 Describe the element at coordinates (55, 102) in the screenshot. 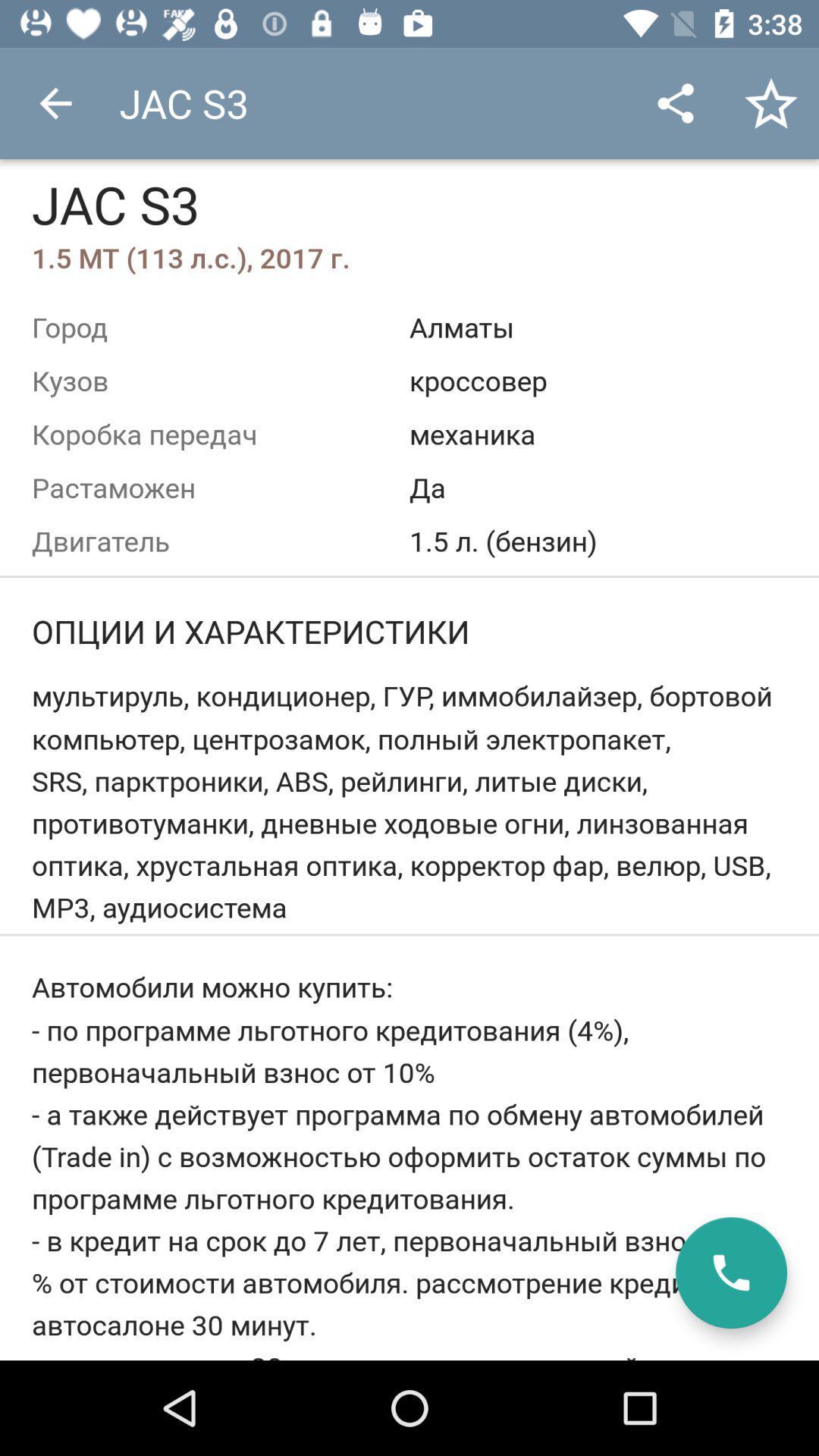

I see `item above jac s3 item` at that location.